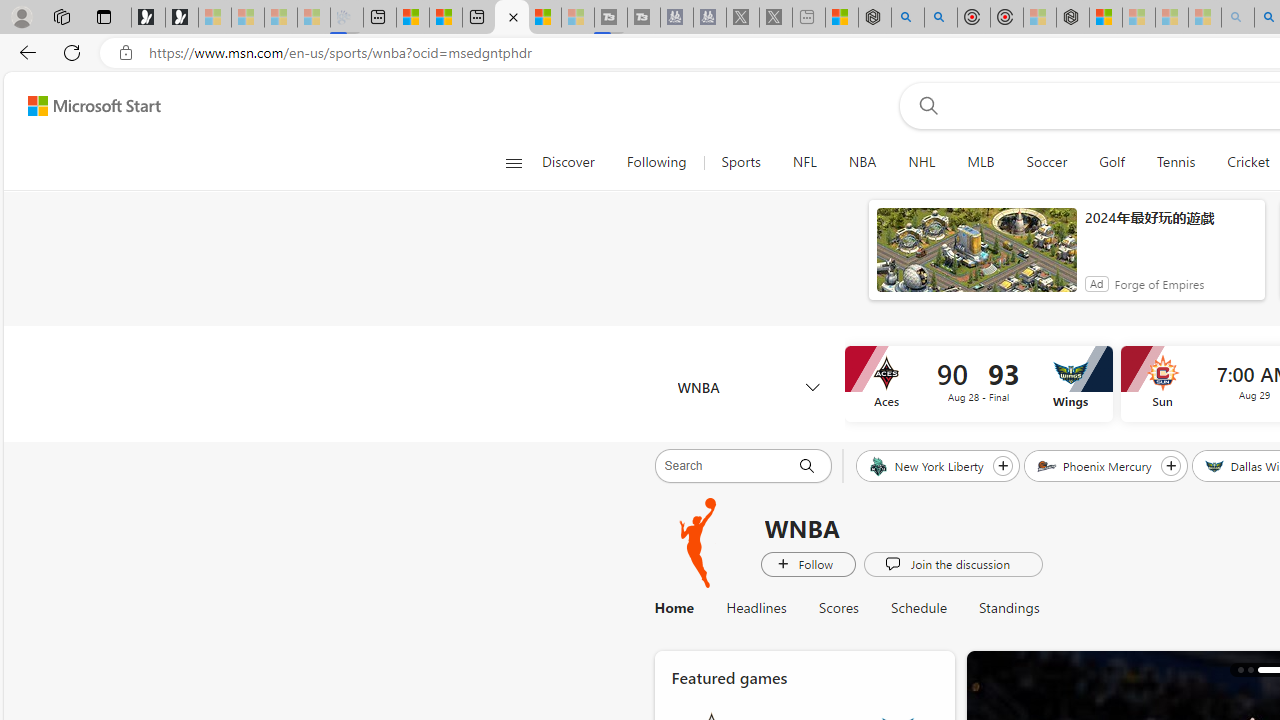  What do you see at coordinates (839, 607) in the screenshot?
I see `'Scores'` at bounding box center [839, 607].